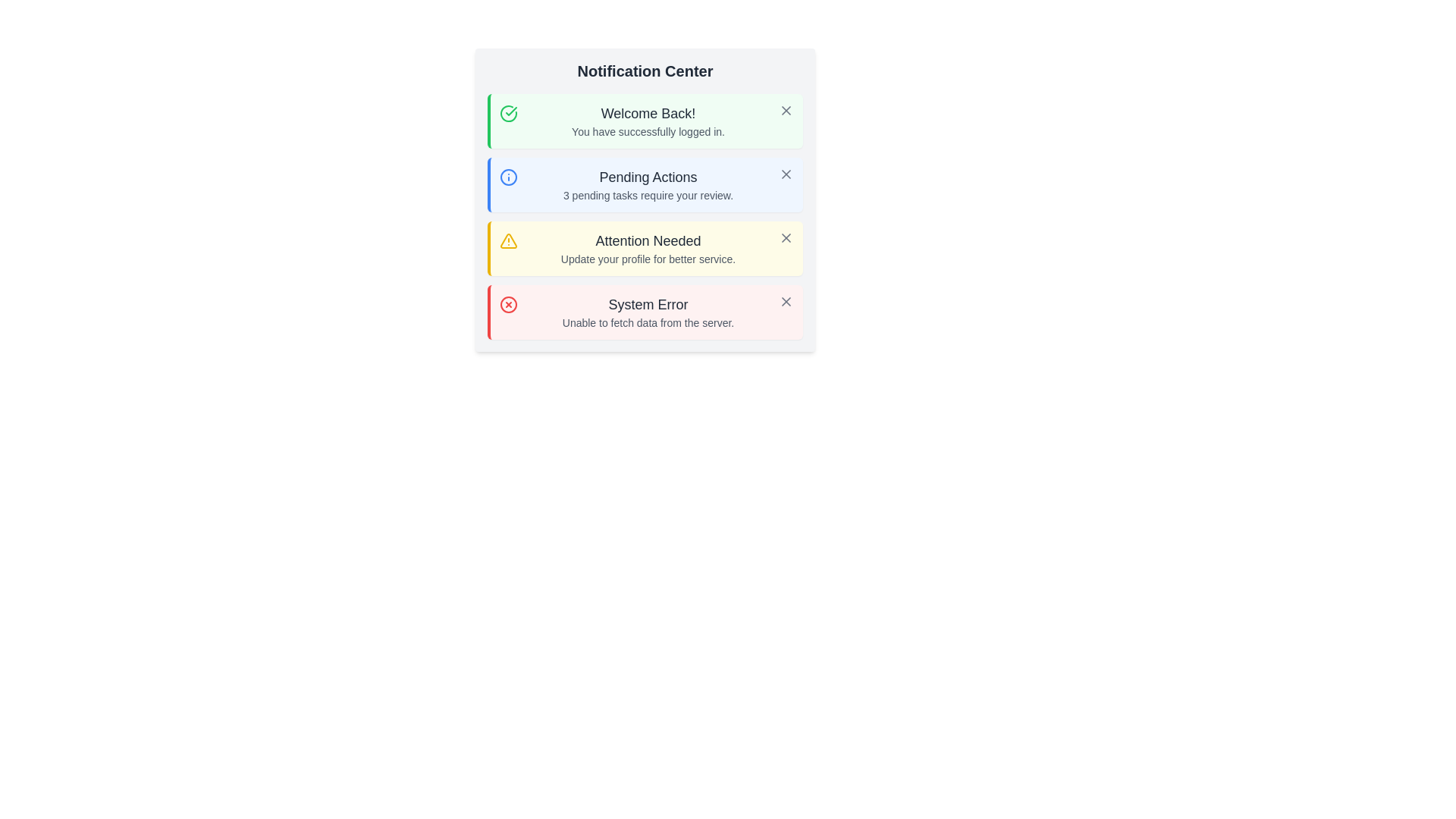 The width and height of the screenshot is (1456, 819). I want to click on the 'X' icon button located in the top-right corner of the 'Welcome Back!' notification, so click(786, 110).